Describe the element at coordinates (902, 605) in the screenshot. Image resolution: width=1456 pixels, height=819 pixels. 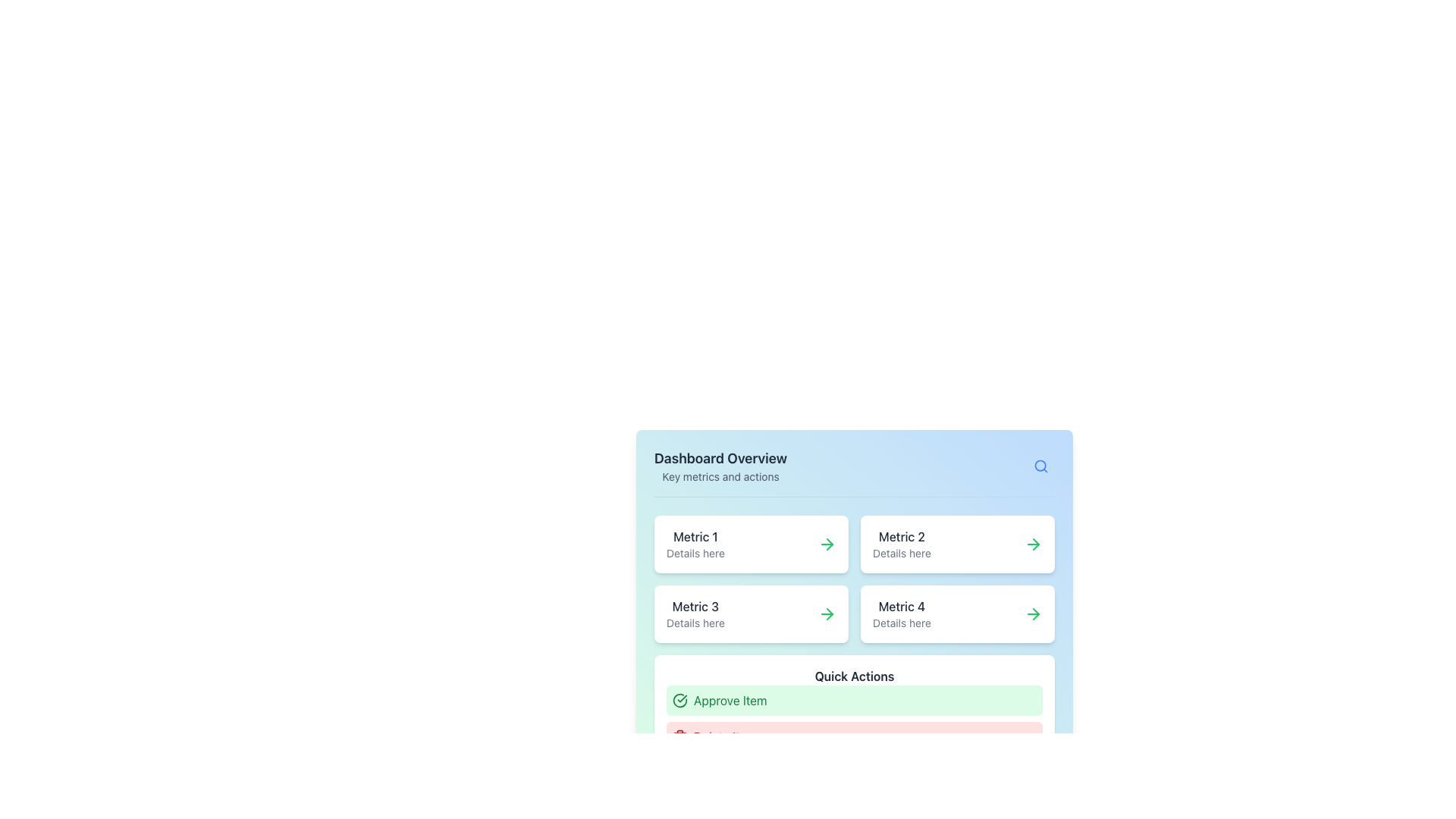
I see `the text label displaying 'Metric 4', which is styled in medium font weight and dark gray color, located in the second row and second column of the grid under 'Dashboard Overview'` at that location.